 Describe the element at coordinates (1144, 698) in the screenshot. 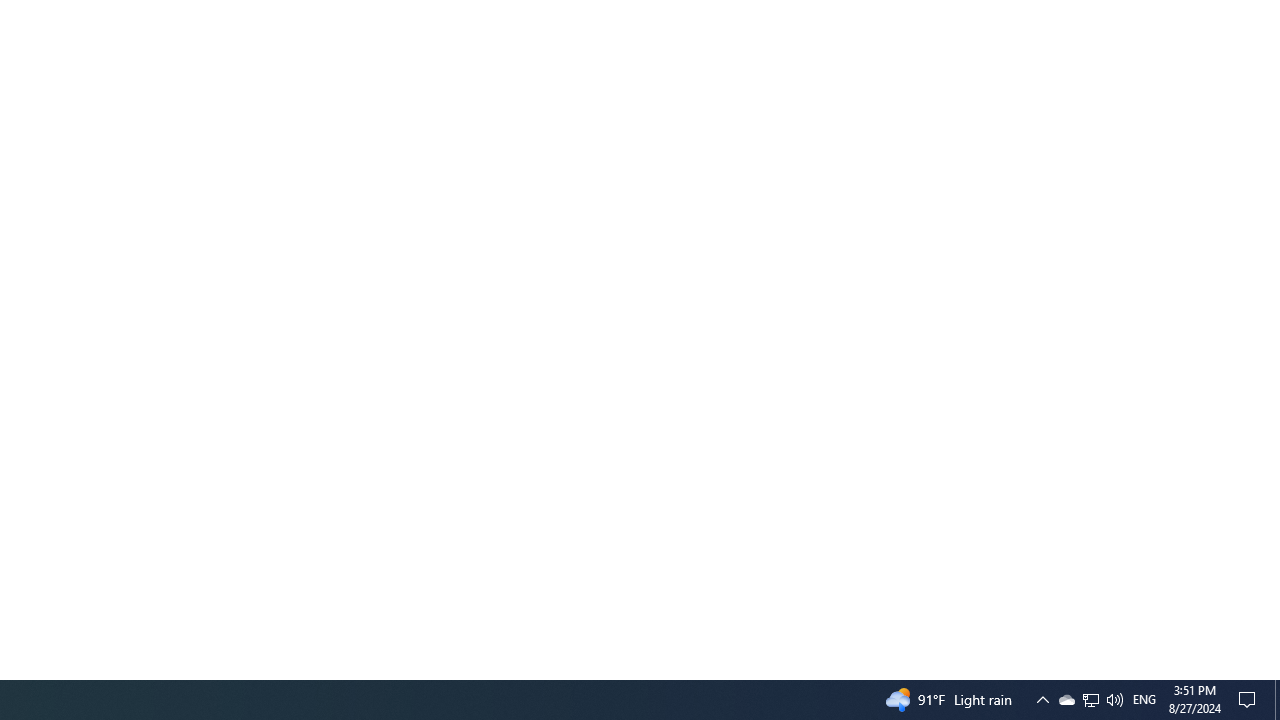

I see `'Tray Input Indicator - English (United States)'` at that location.